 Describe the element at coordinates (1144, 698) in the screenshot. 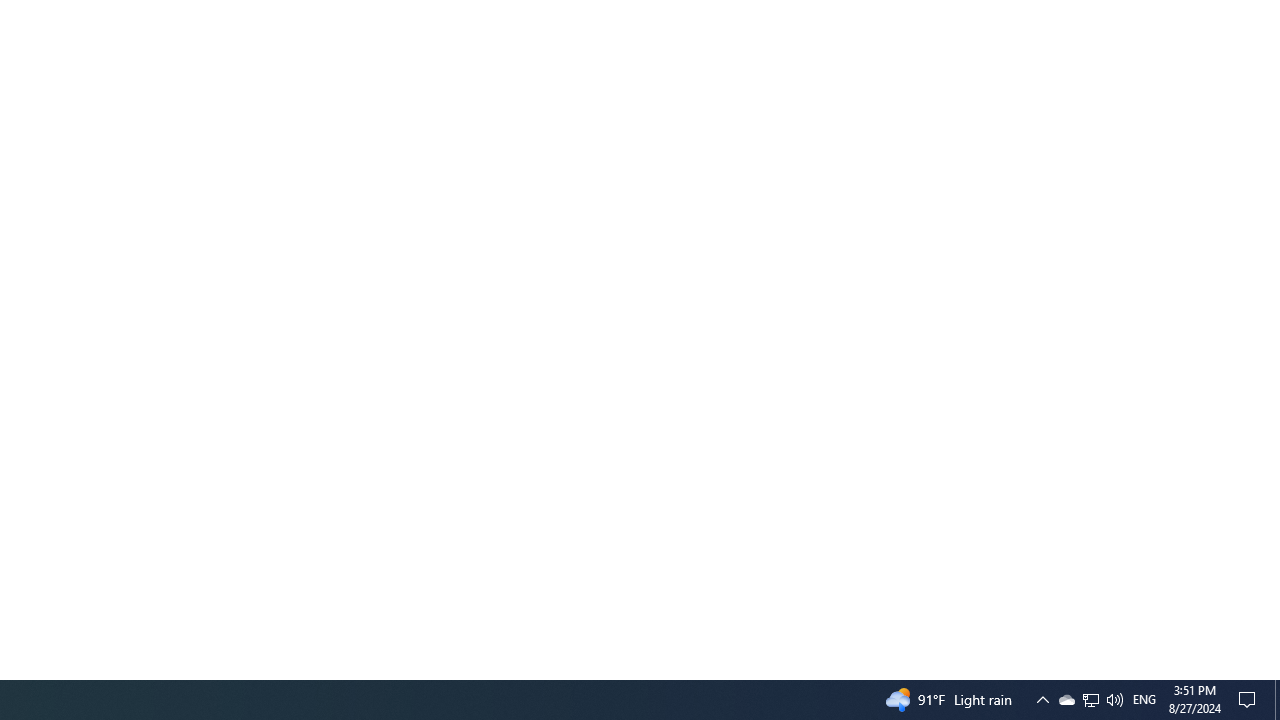

I see `'Tray Input Indicator - English (United States)'` at that location.